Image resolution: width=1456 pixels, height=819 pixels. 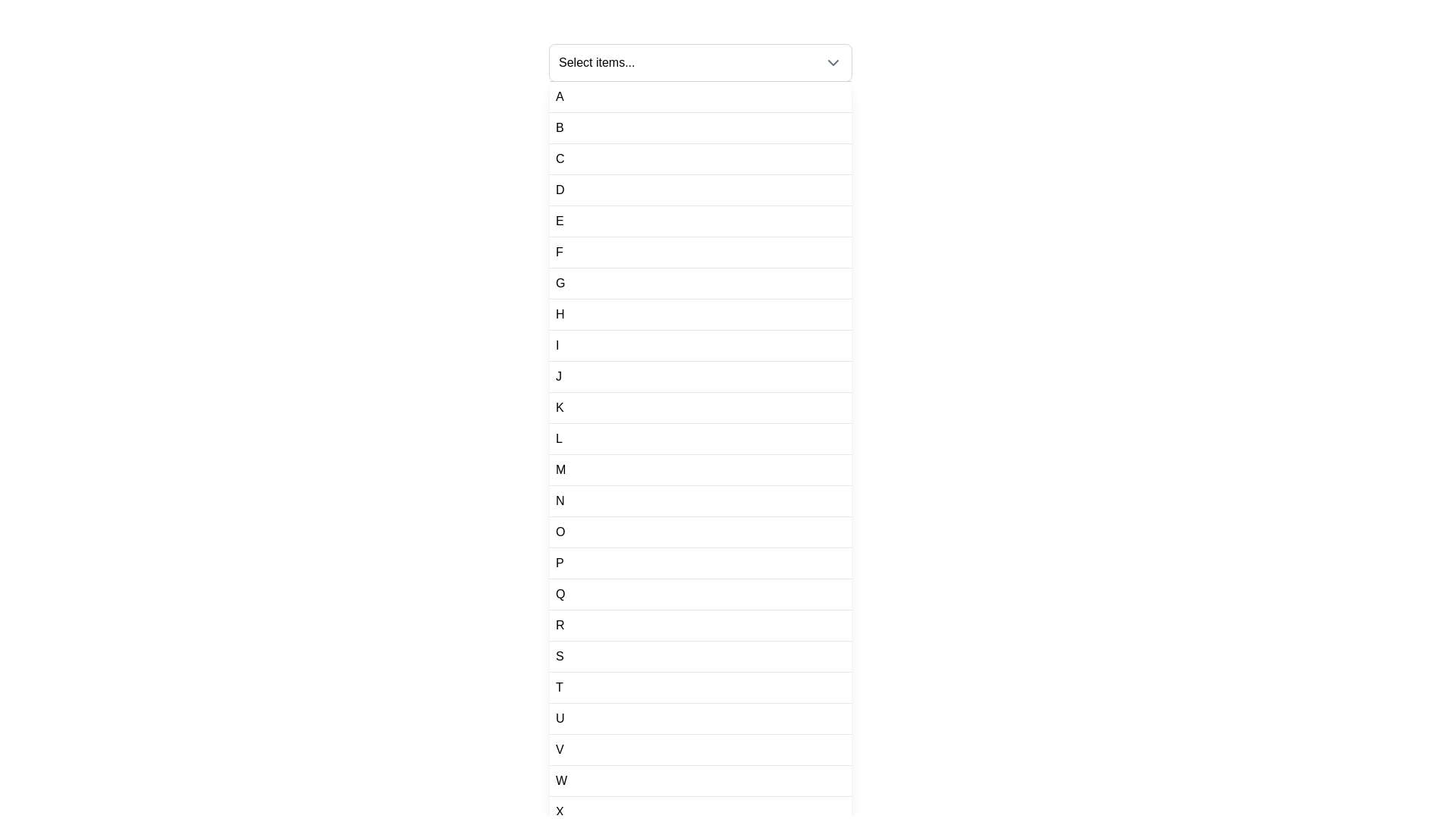 What do you see at coordinates (559, 656) in the screenshot?
I see `the selectable item displaying the text 'S' in the dropdown menu` at bounding box center [559, 656].